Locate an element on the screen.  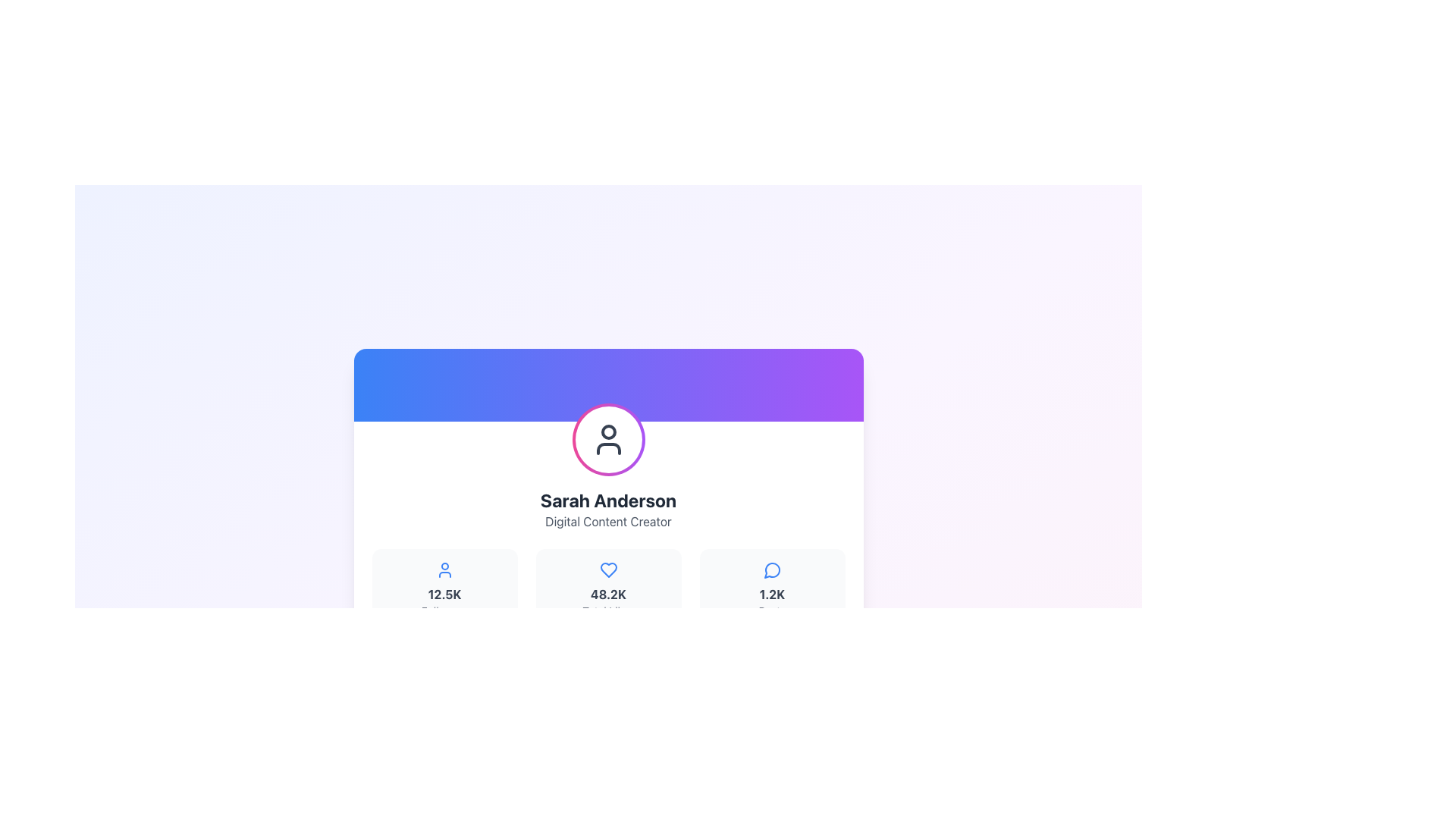
the heart-shaped icon with a blue outline that represents a liking function, located centrally above the text '48.2K Posts' is located at coordinates (608, 570).